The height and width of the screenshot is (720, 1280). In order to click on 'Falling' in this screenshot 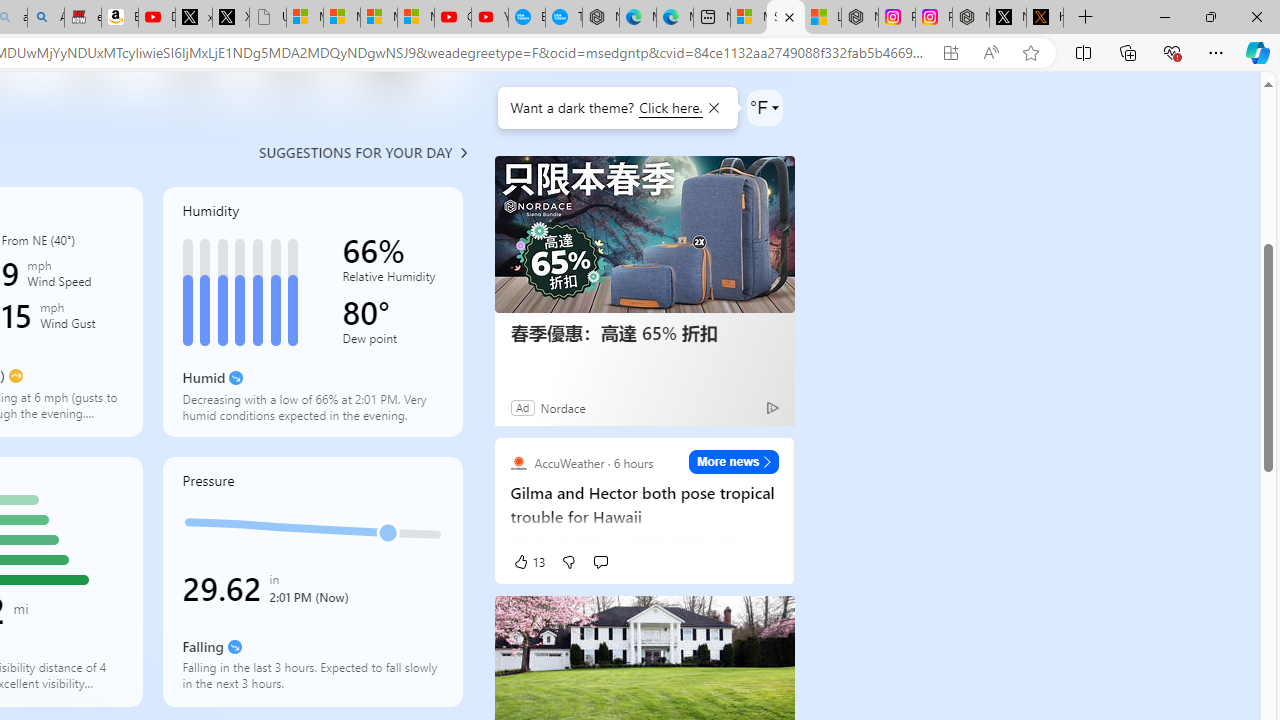, I will do `click(234, 646)`.